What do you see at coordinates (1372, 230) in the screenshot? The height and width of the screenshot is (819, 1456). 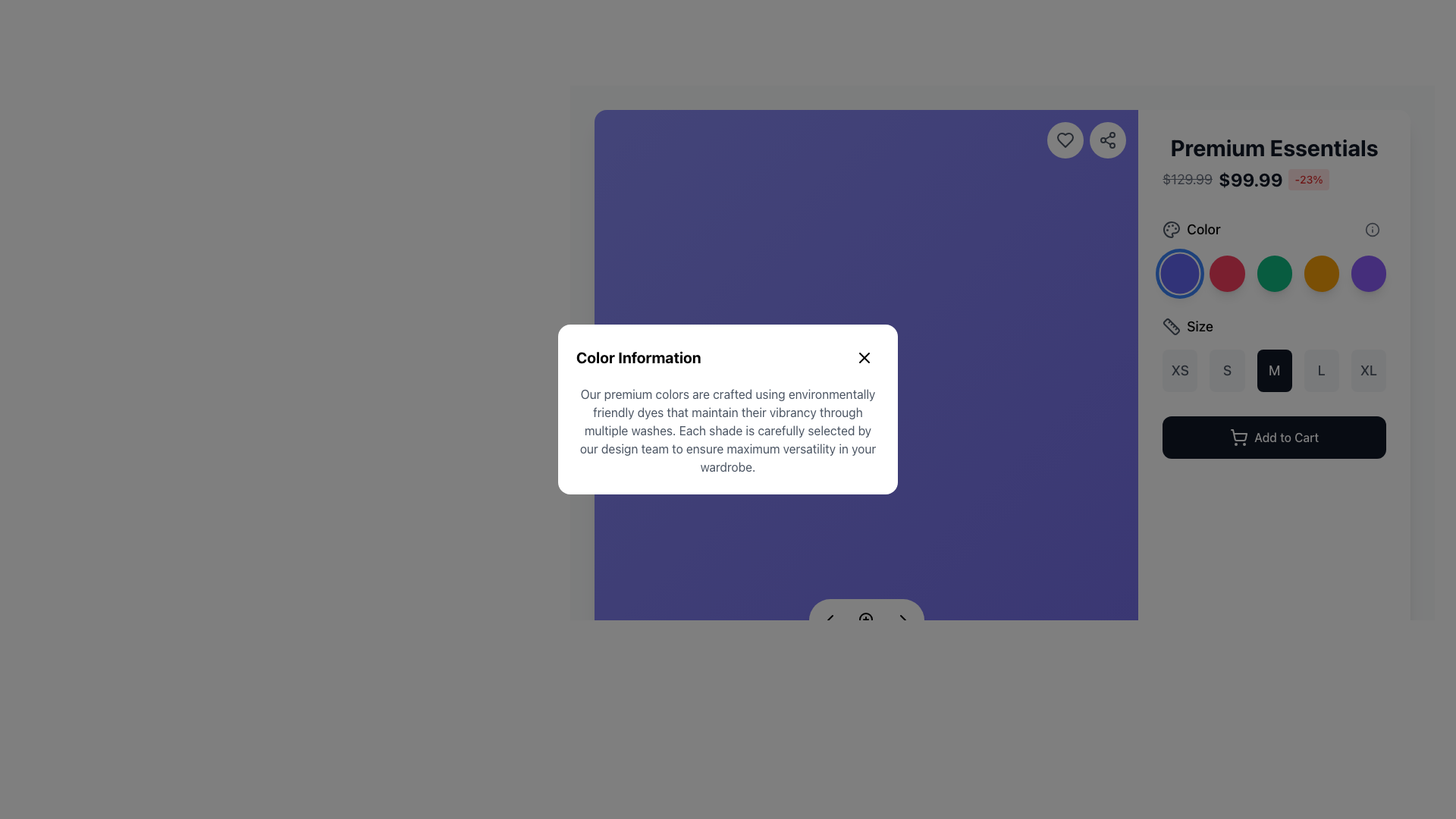 I see `the small circular icon with an outlined question mark located to the right of the 'Color' section in the color selection area` at bounding box center [1372, 230].